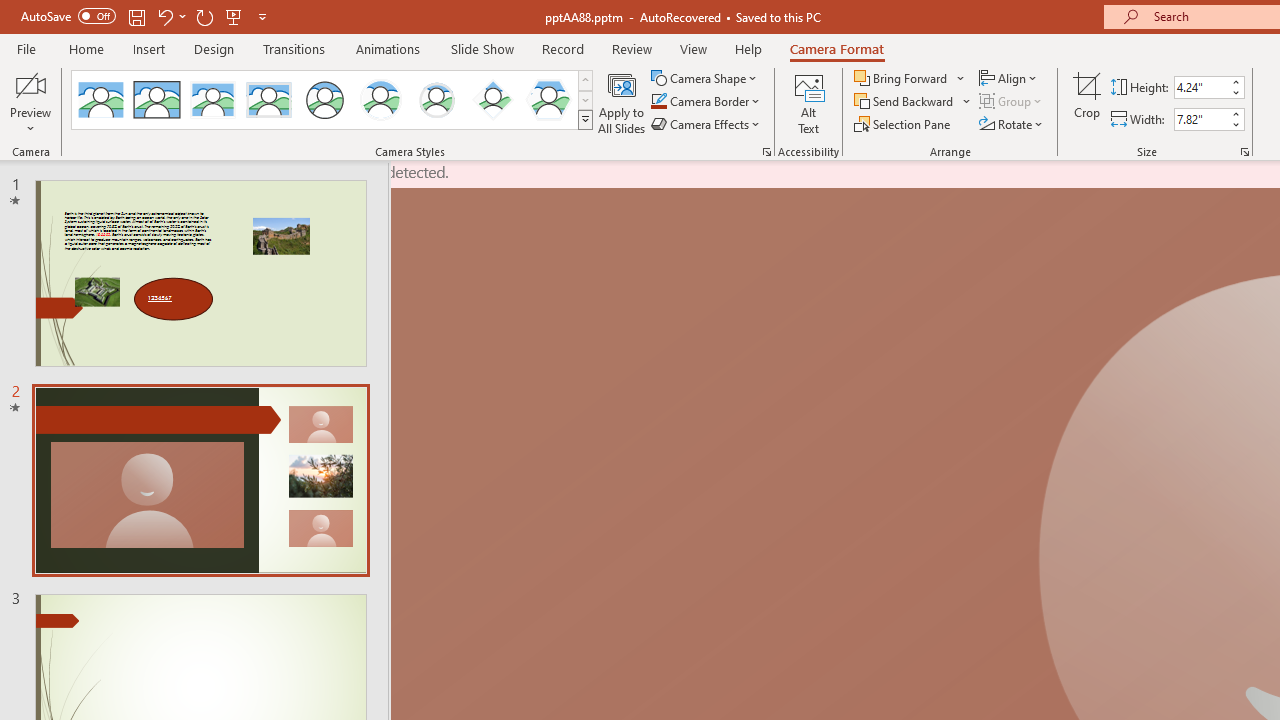 This screenshot has width=1280, height=720. I want to click on 'Align', so click(1009, 77).